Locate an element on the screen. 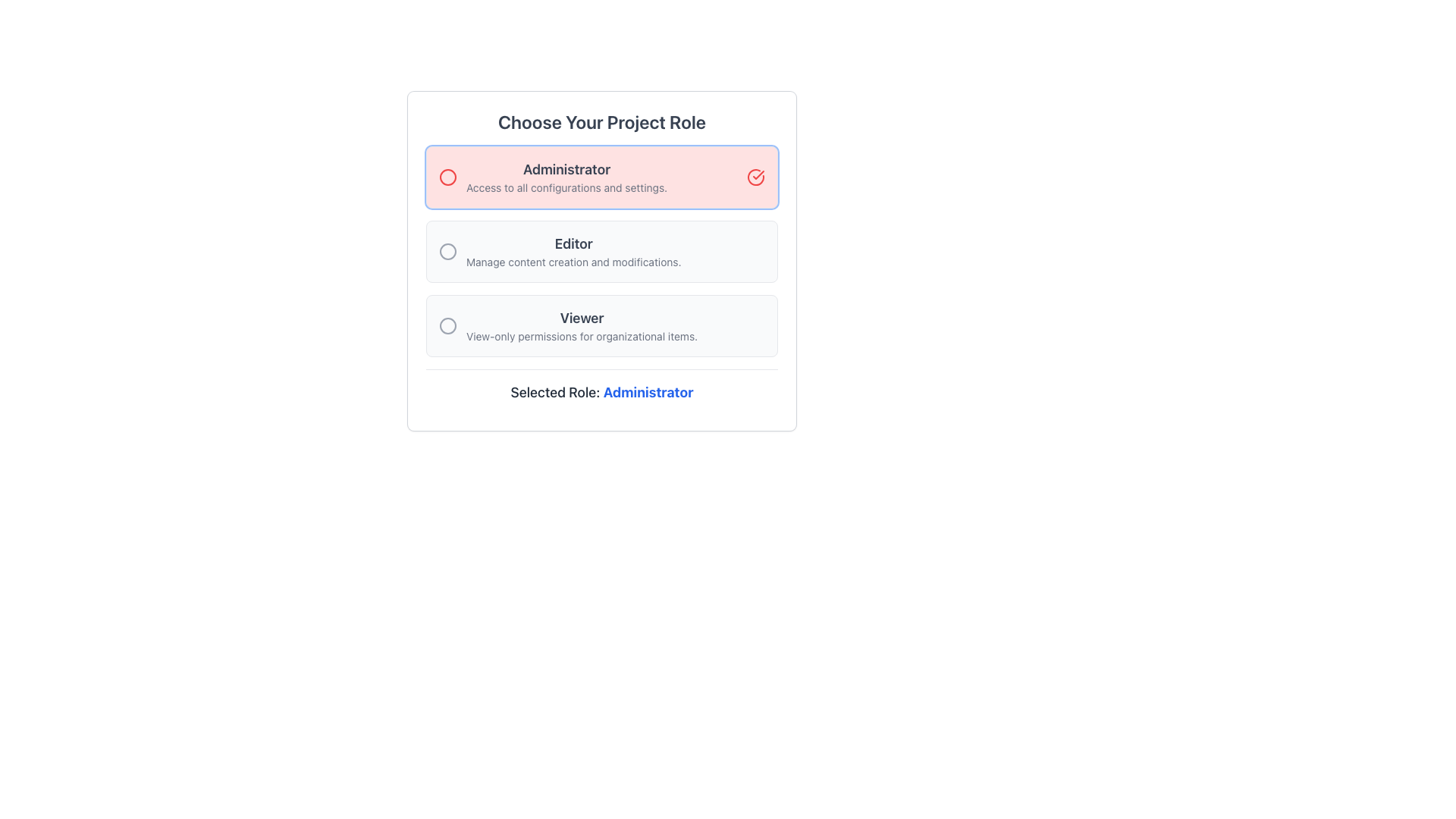 The image size is (1456, 819). the red circular icon with a checkmark symbol located to the right of the text 'Administrator' to recognize the selection is located at coordinates (756, 177).